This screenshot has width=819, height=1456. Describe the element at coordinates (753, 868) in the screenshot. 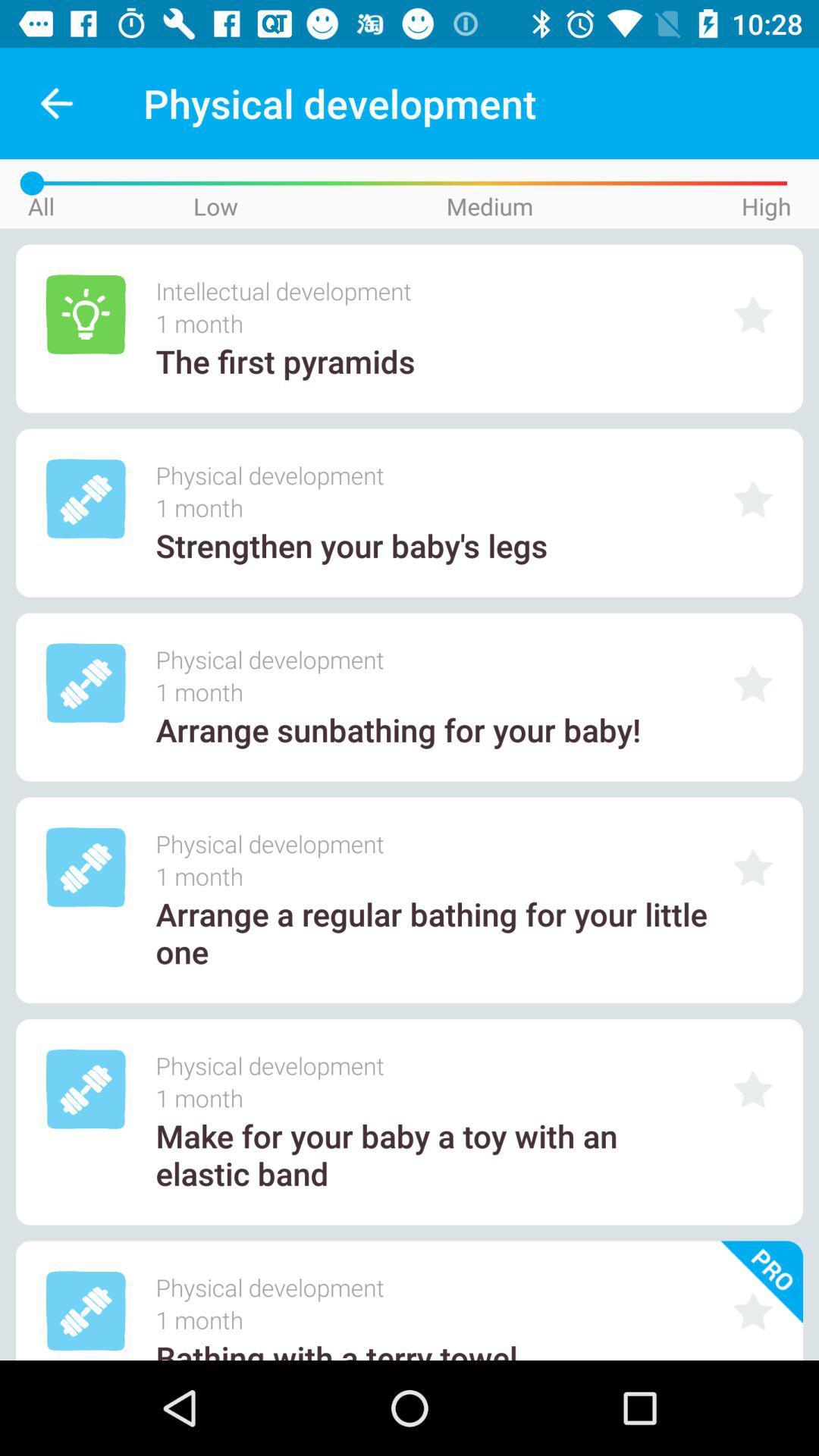

I see `star button` at that location.